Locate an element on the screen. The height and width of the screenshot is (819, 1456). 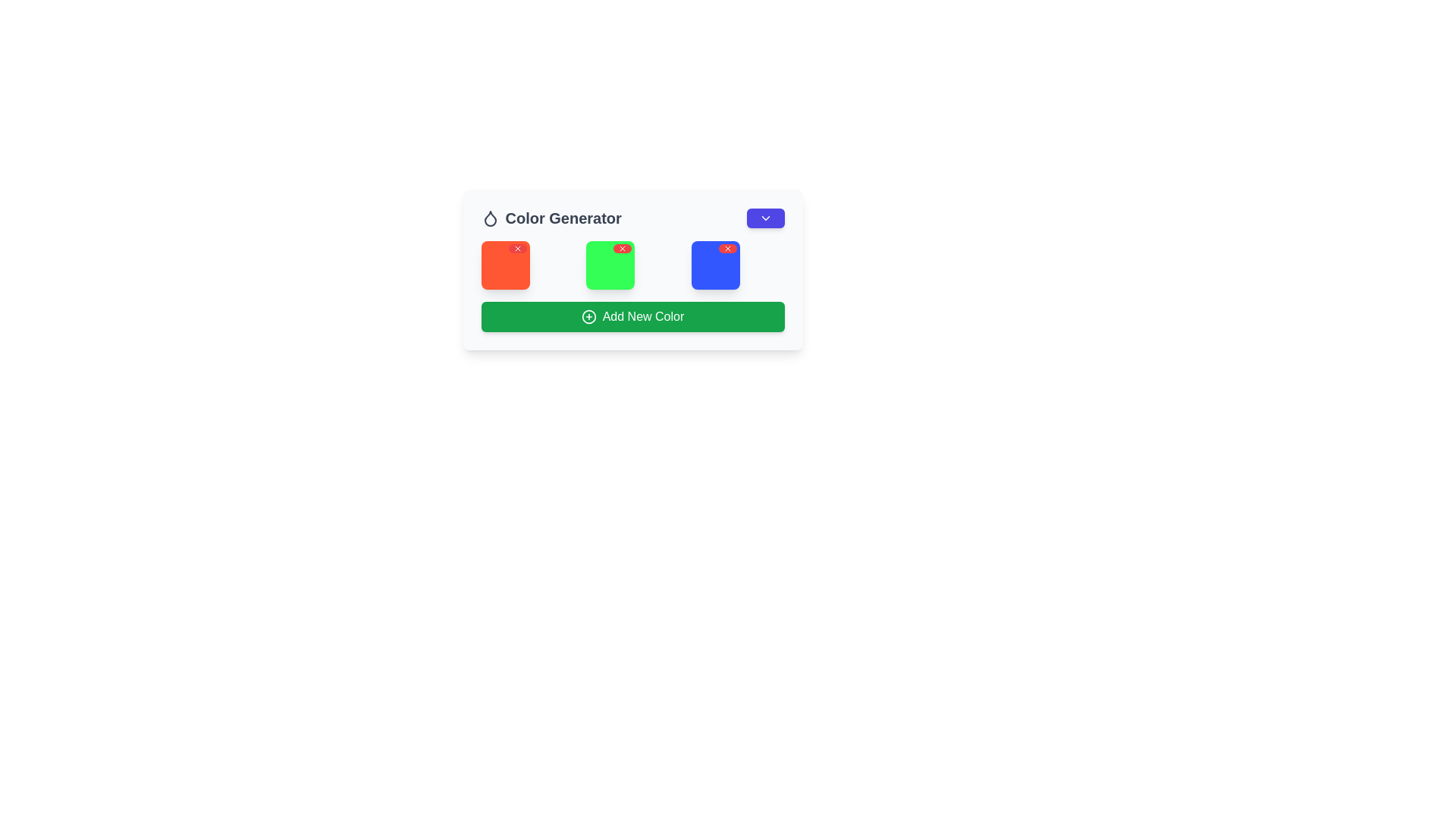
the close icon button located at the top-right position of the green square block is located at coordinates (623, 247).